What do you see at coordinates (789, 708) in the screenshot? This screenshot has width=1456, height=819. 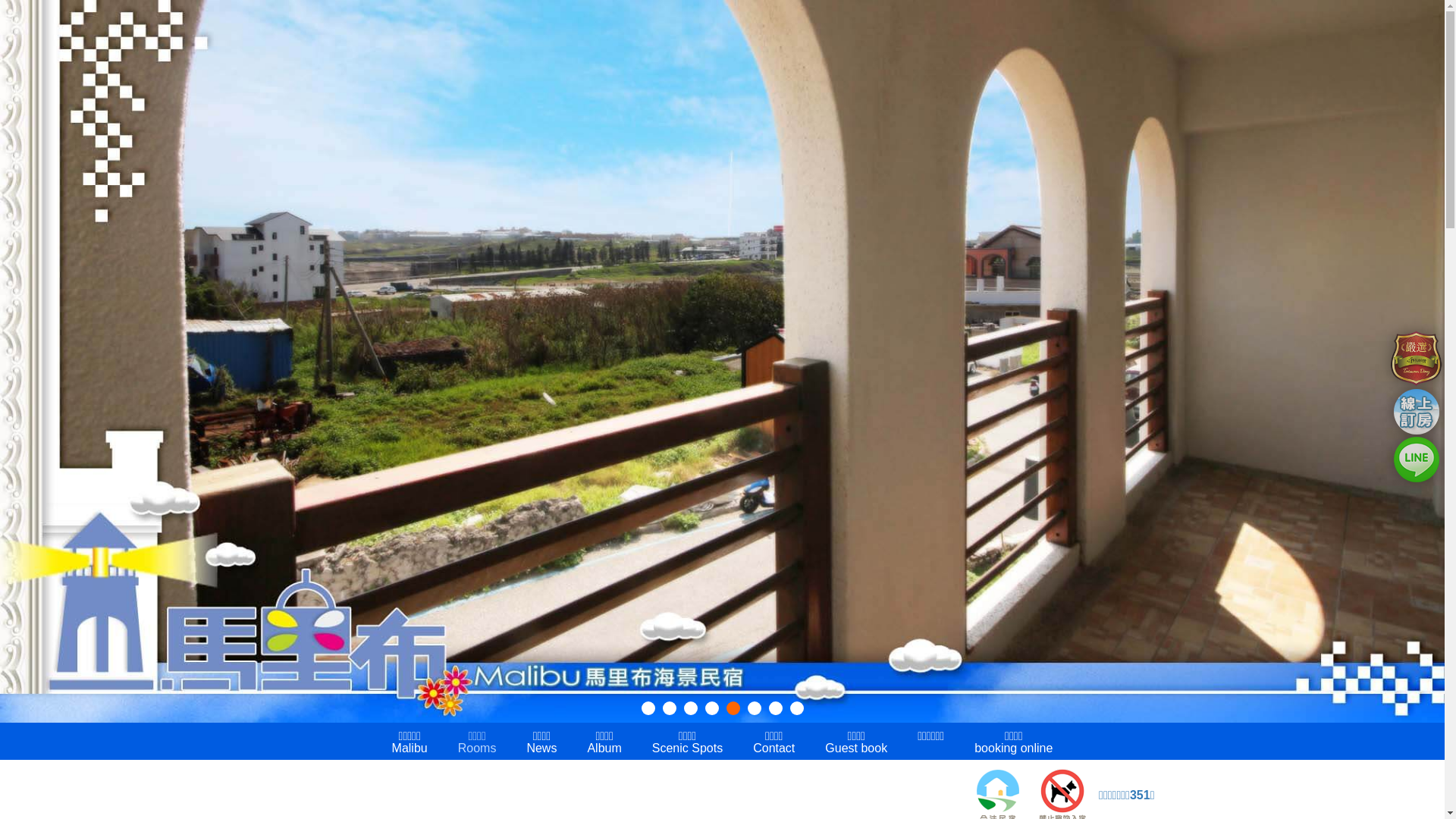 I see `'8'` at bounding box center [789, 708].